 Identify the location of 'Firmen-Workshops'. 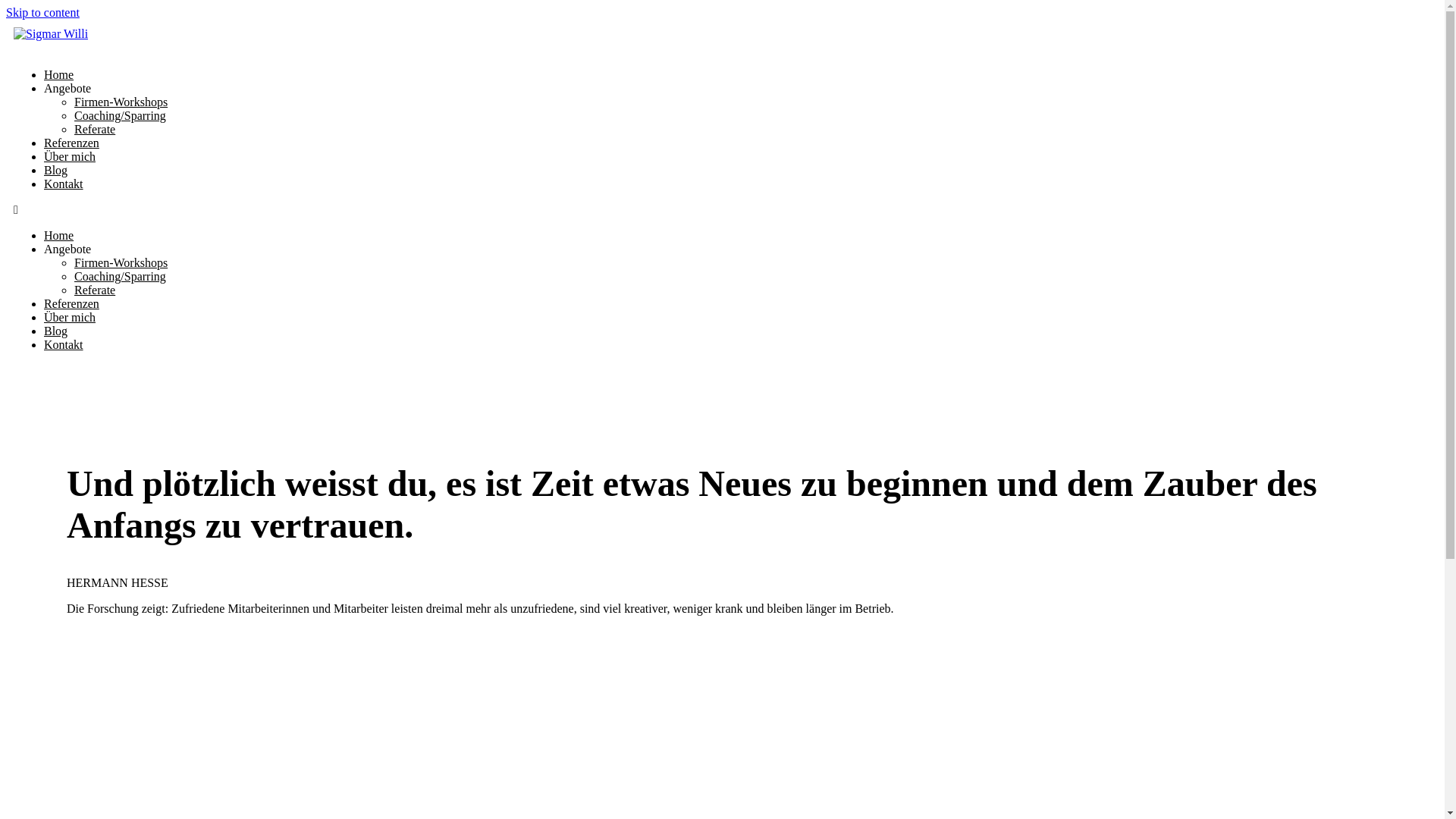
(73, 102).